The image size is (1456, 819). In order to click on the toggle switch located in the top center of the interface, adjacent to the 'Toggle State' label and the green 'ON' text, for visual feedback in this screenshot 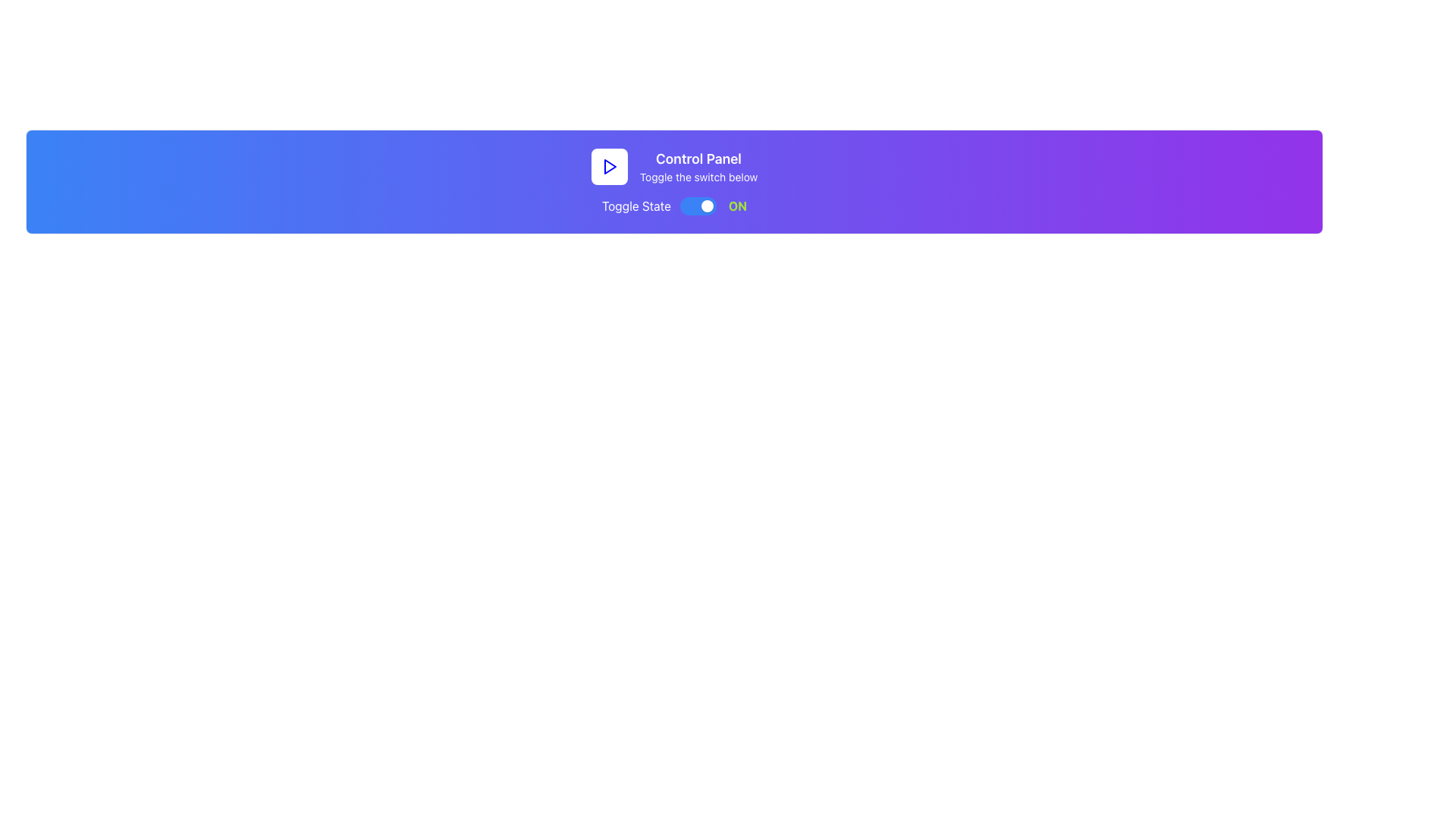, I will do `click(698, 206)`.